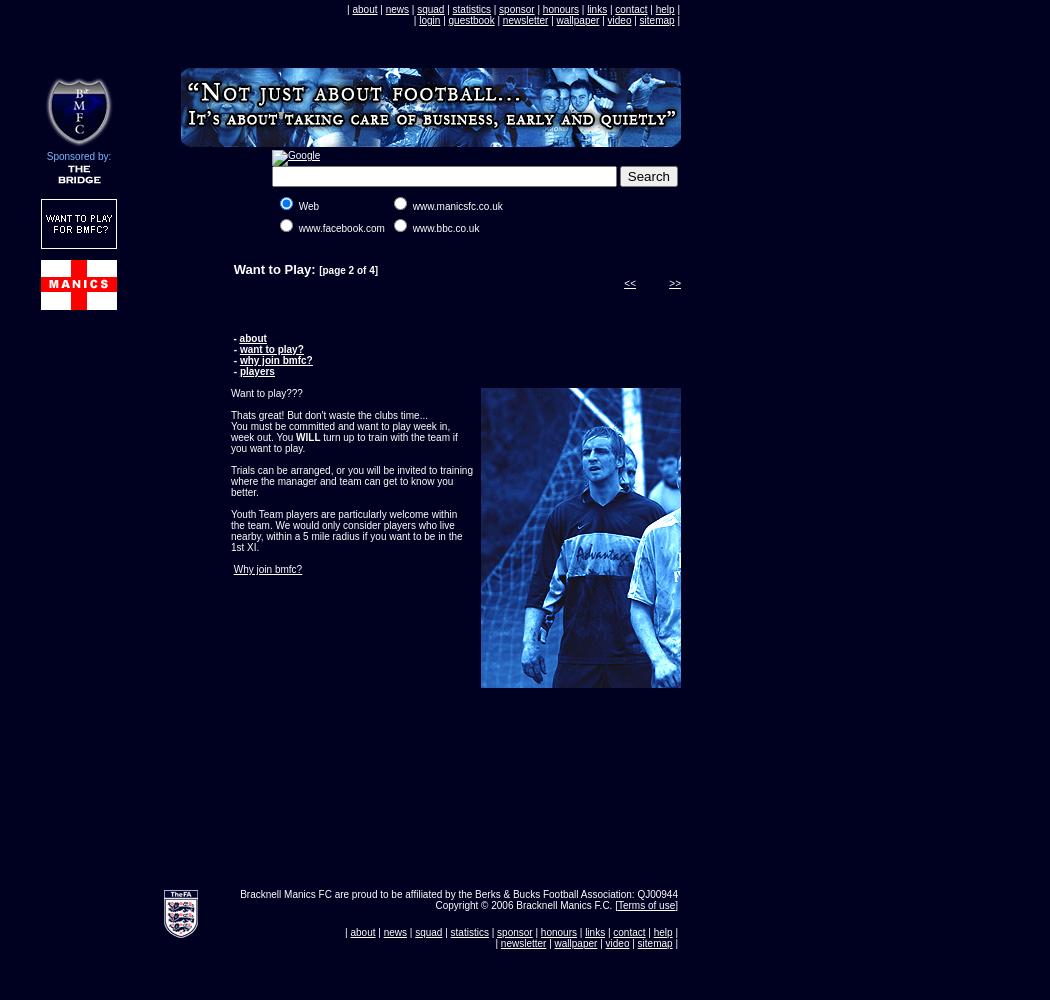 This screenshot has width=1050, height=1000. What do you see at coordinates (296, 205) in the screenshot?
I see `'Web'` at bounding box center [296, 205].